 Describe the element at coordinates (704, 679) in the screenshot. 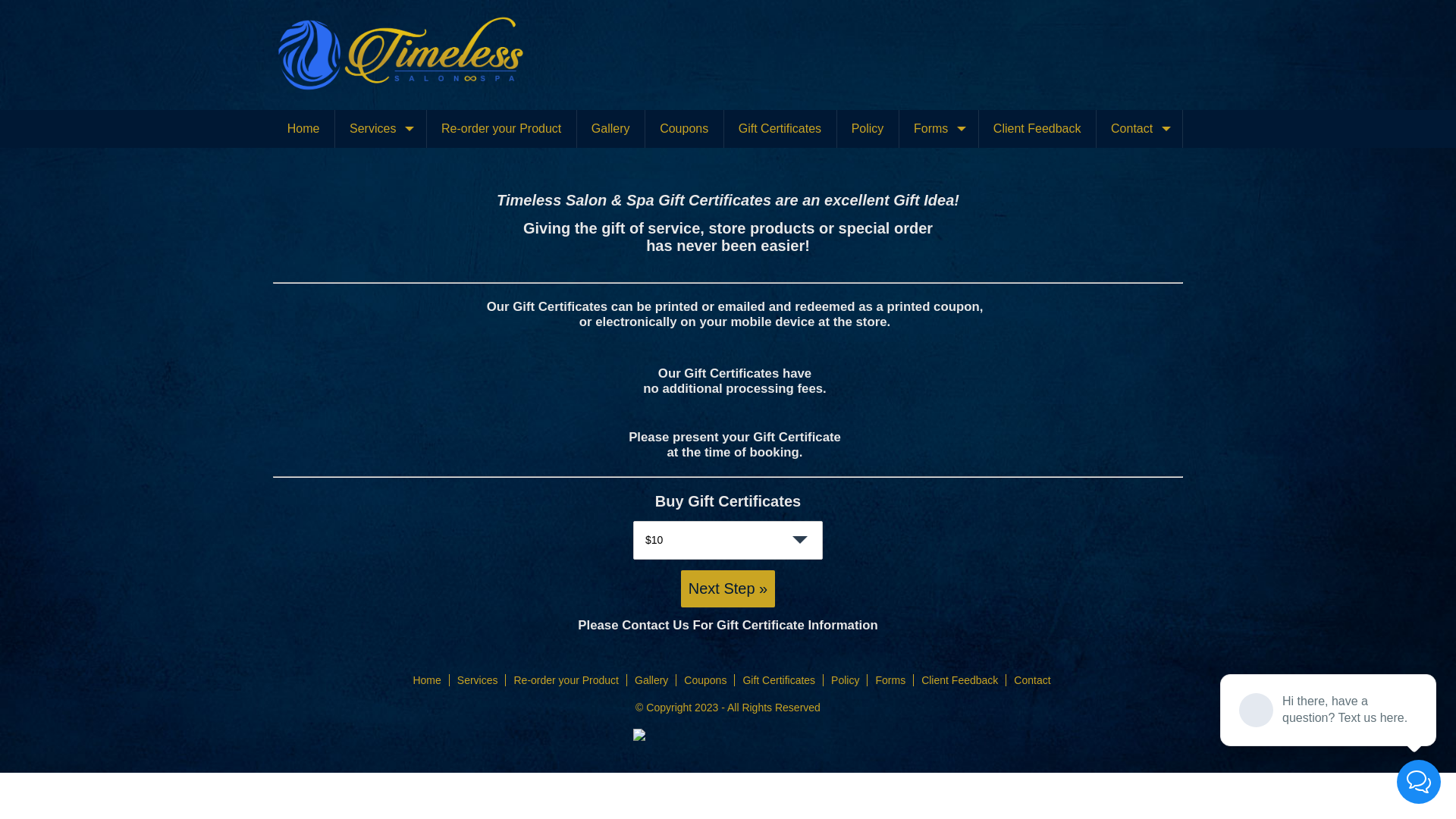

I see `'Coupons'` at that location.